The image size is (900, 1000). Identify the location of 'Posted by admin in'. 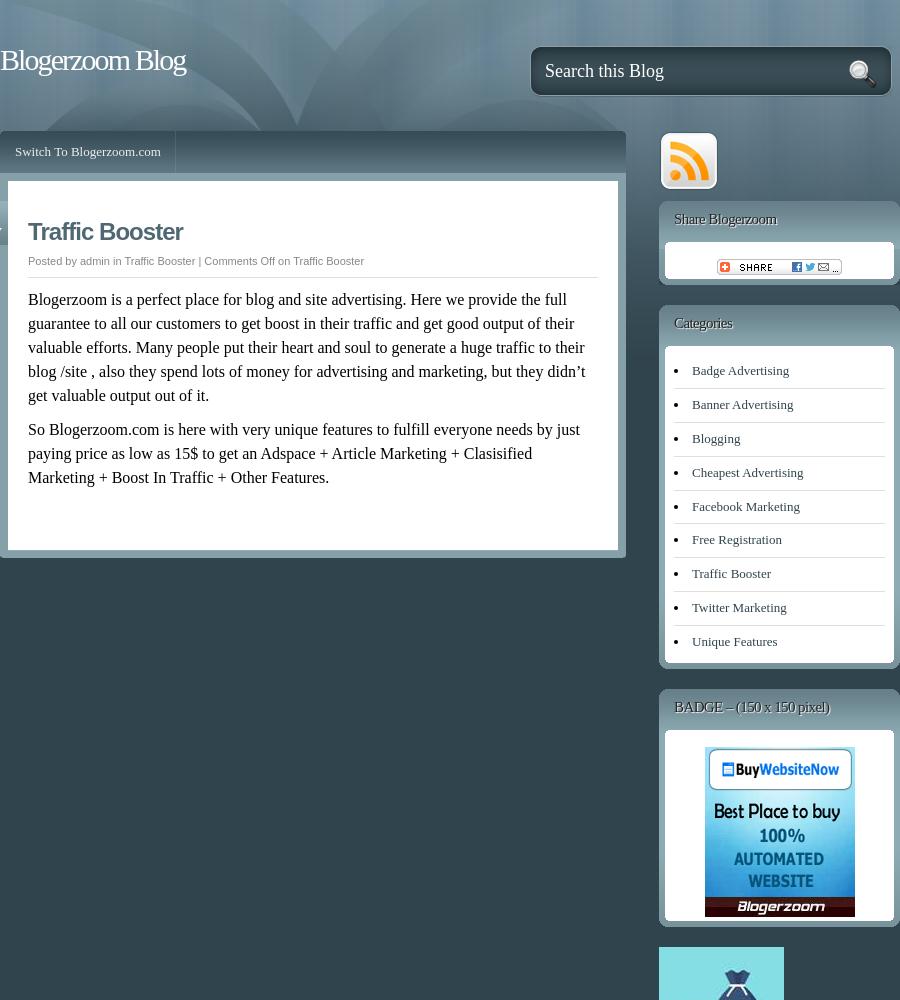
(74, 260).